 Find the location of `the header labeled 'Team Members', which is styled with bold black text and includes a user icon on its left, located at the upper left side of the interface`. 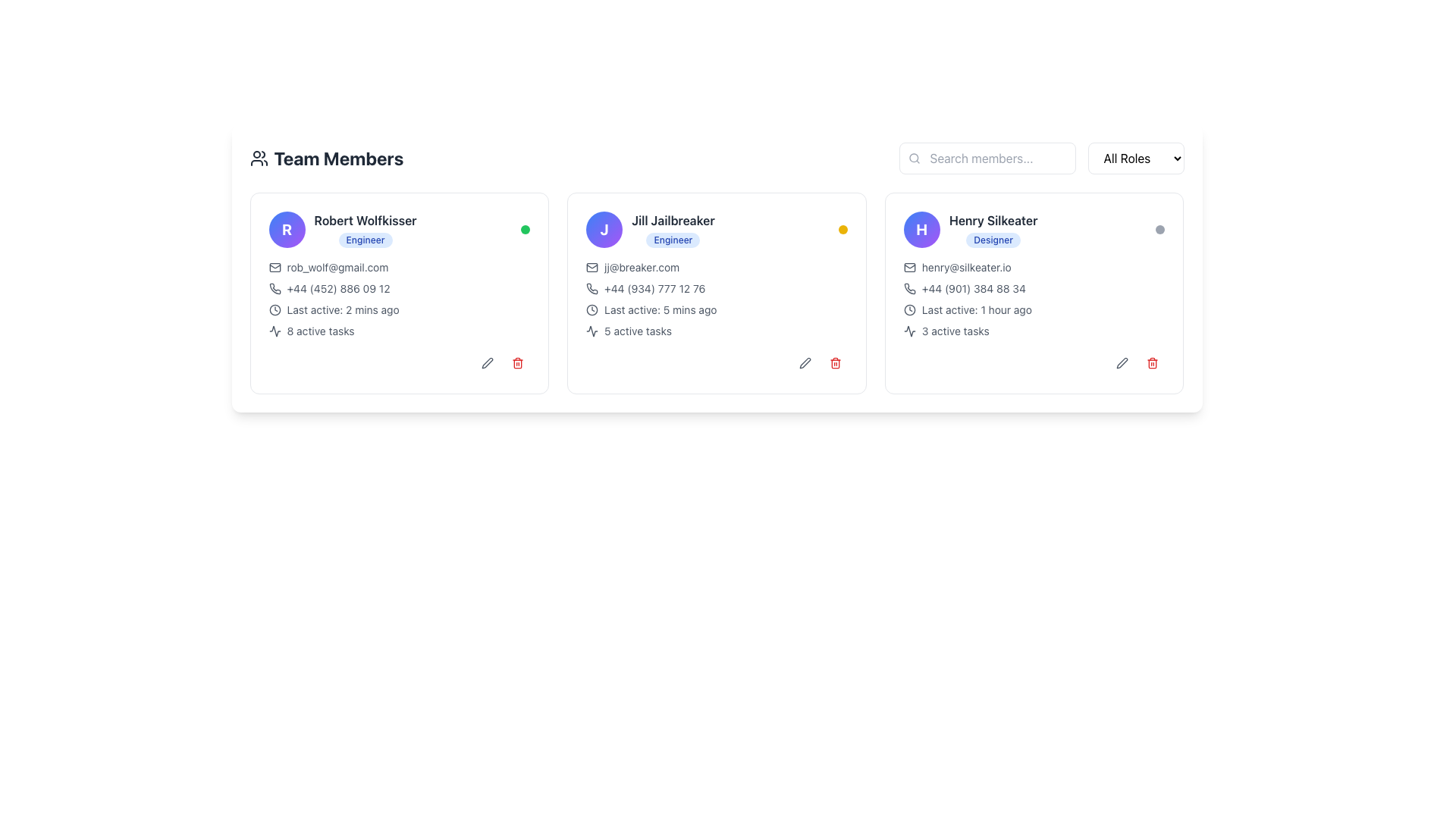

the header labeled 'Team Members', which is styled with bold black text and includes a user icon on its left, located at the upper left side of the interface is located at coordinates (325, 158).